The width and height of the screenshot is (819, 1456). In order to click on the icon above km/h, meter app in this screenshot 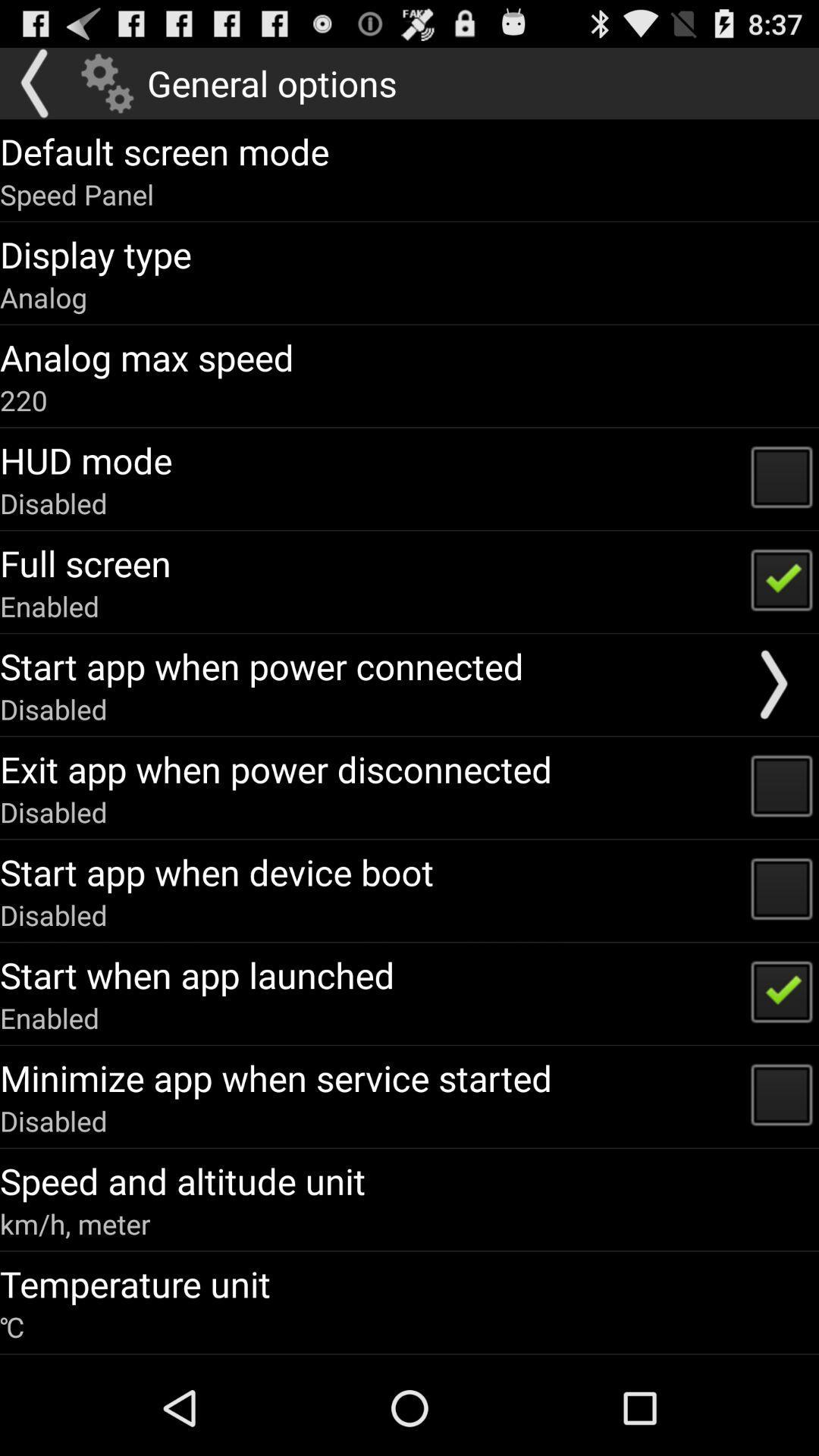, I will do `click(182, 1180)`.